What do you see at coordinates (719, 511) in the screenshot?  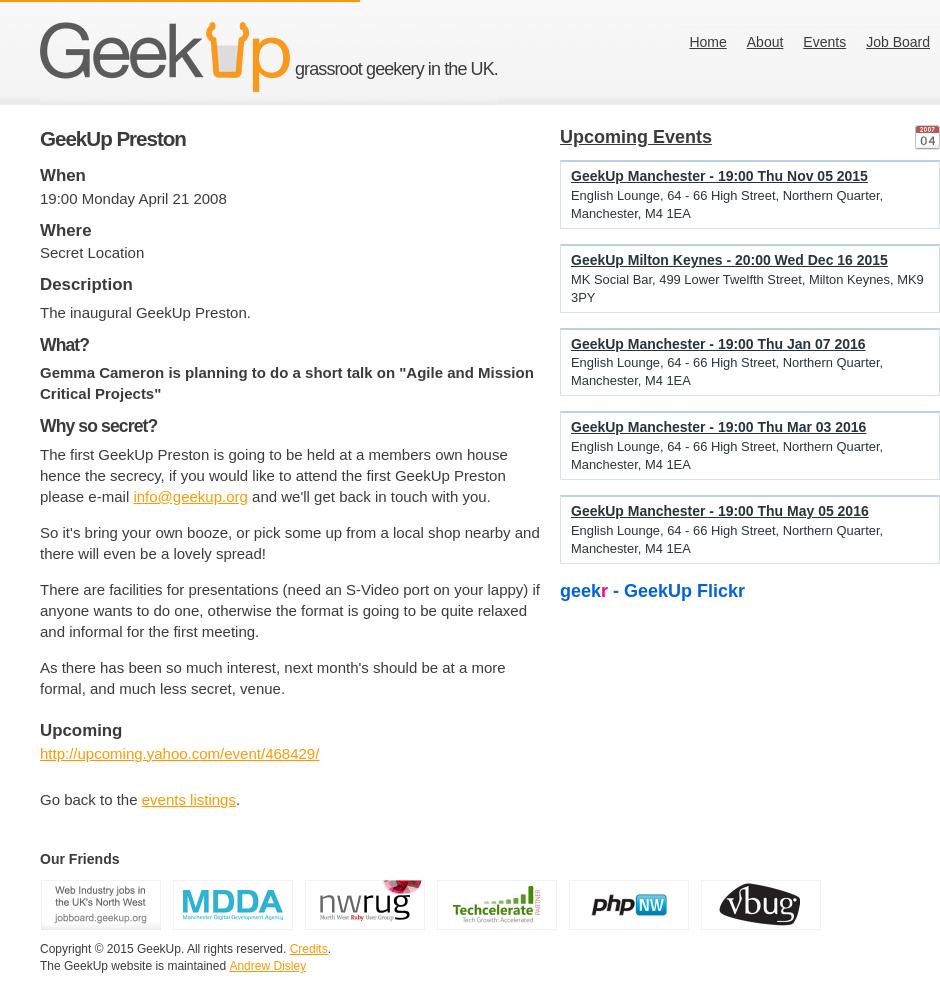 I see `'GeekUp Manchester - 19:00 Thu May 05 2016'` at bounding box center [719, 511].